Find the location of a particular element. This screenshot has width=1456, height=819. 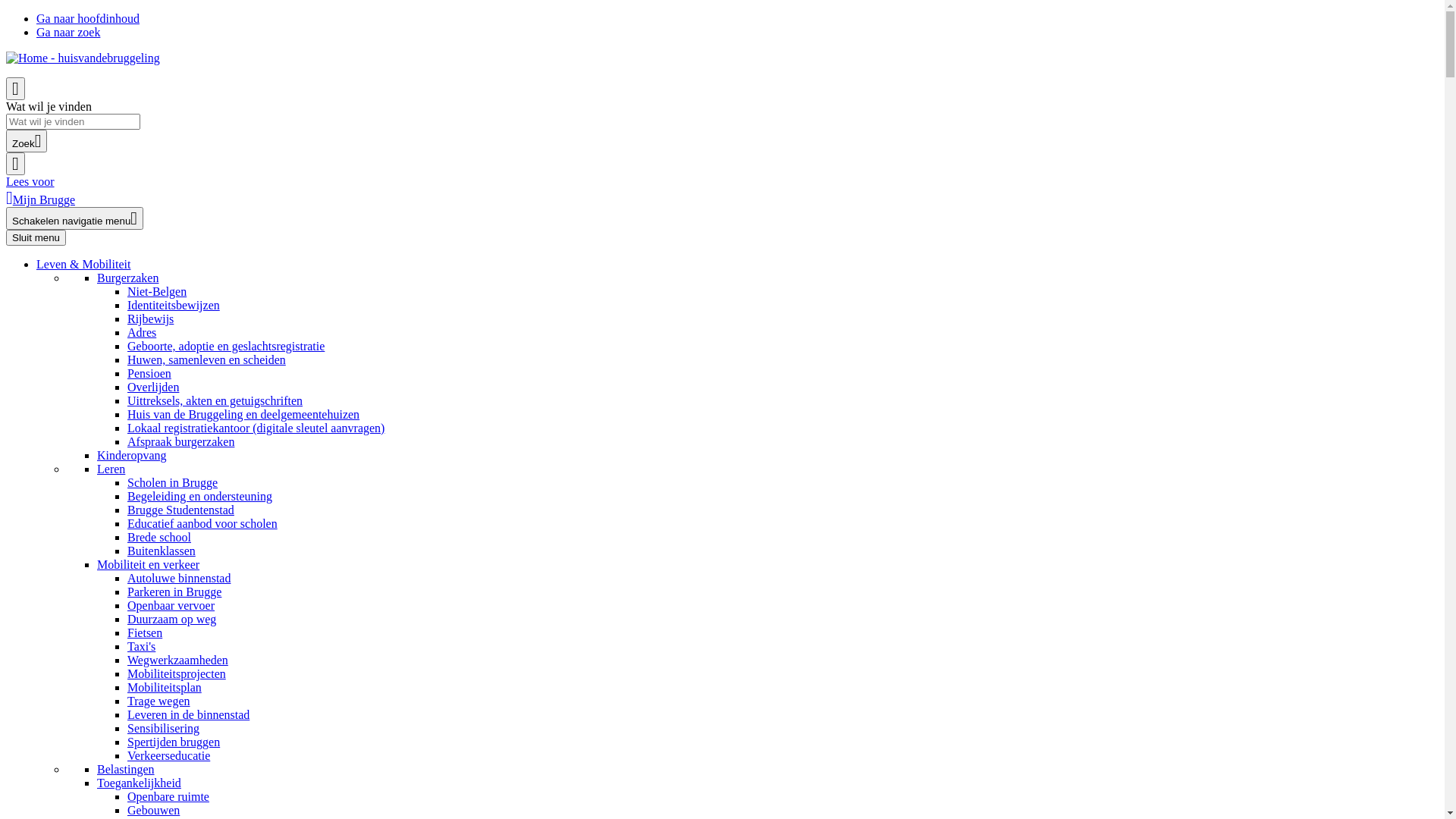

'Fietsen' is located at coordinates (145, 632).